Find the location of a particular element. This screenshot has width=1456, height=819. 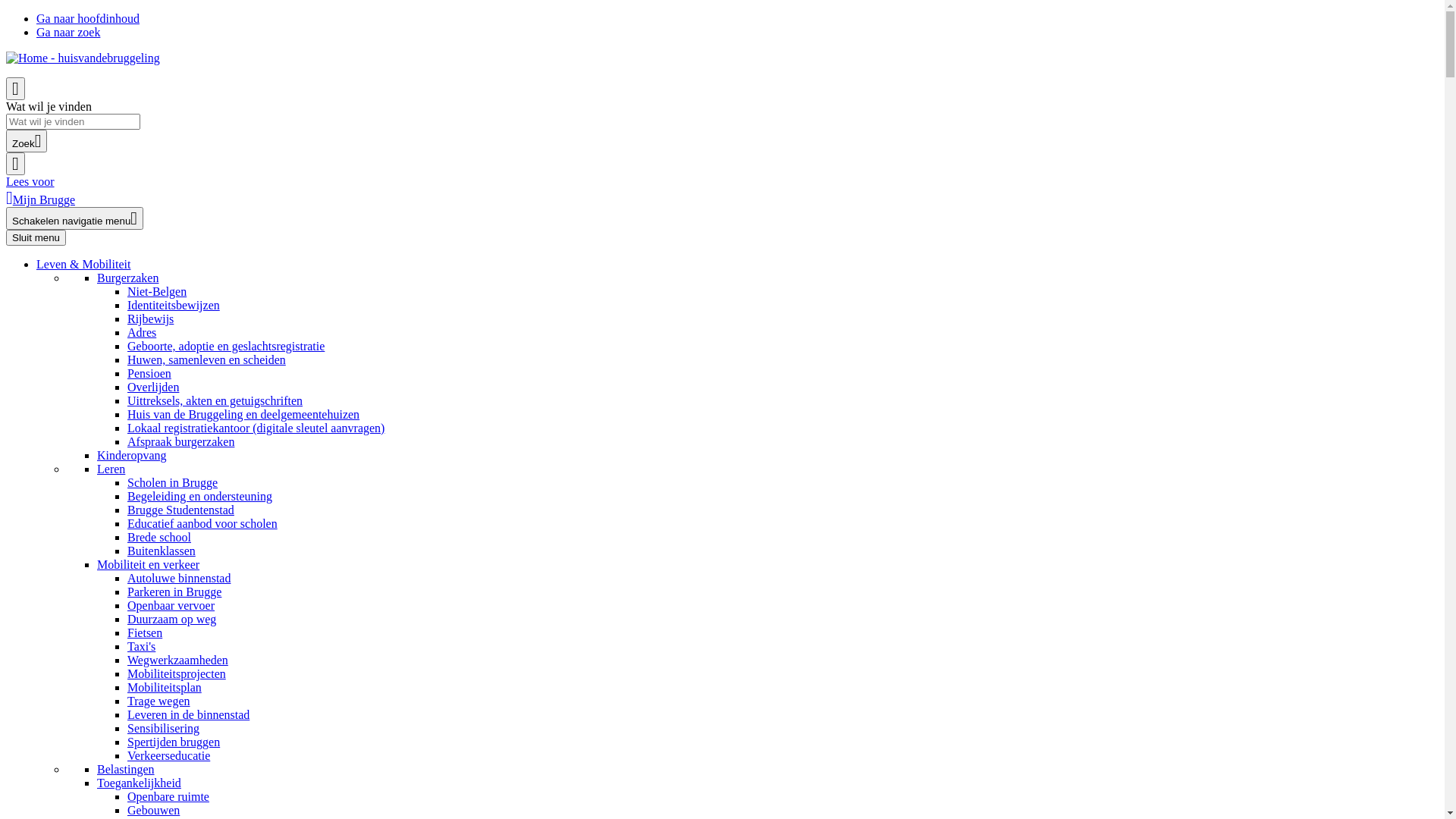

'Fietsen' is located at coordinates (145, 632).